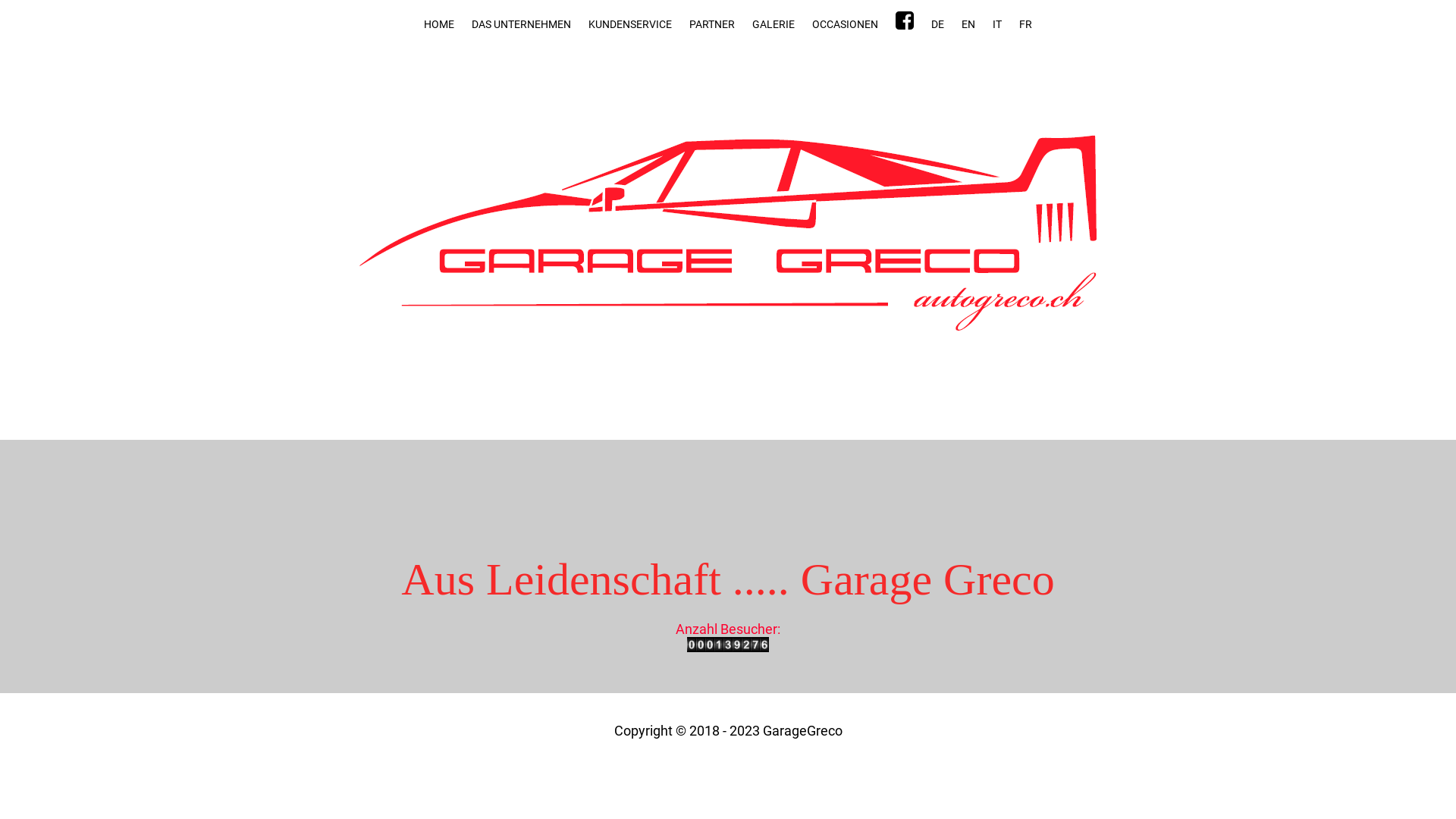 The height and width of the screenshot is (819, 1456). What do you see at coordinates (711, 24) in the screenshot?
I see `'PARTNER'` at bounding box center [711, 24].